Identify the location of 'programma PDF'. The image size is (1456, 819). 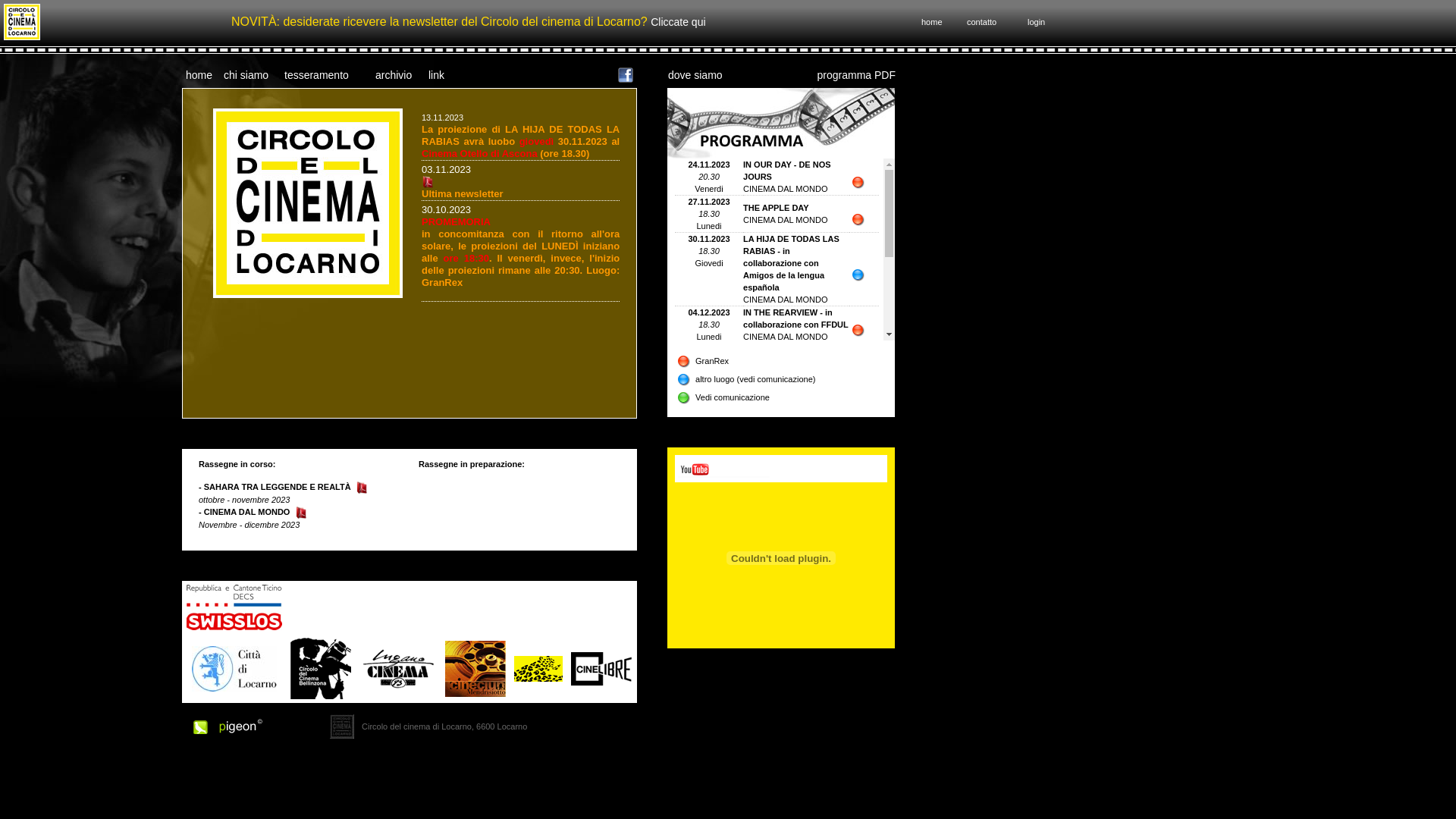
(856, 74).